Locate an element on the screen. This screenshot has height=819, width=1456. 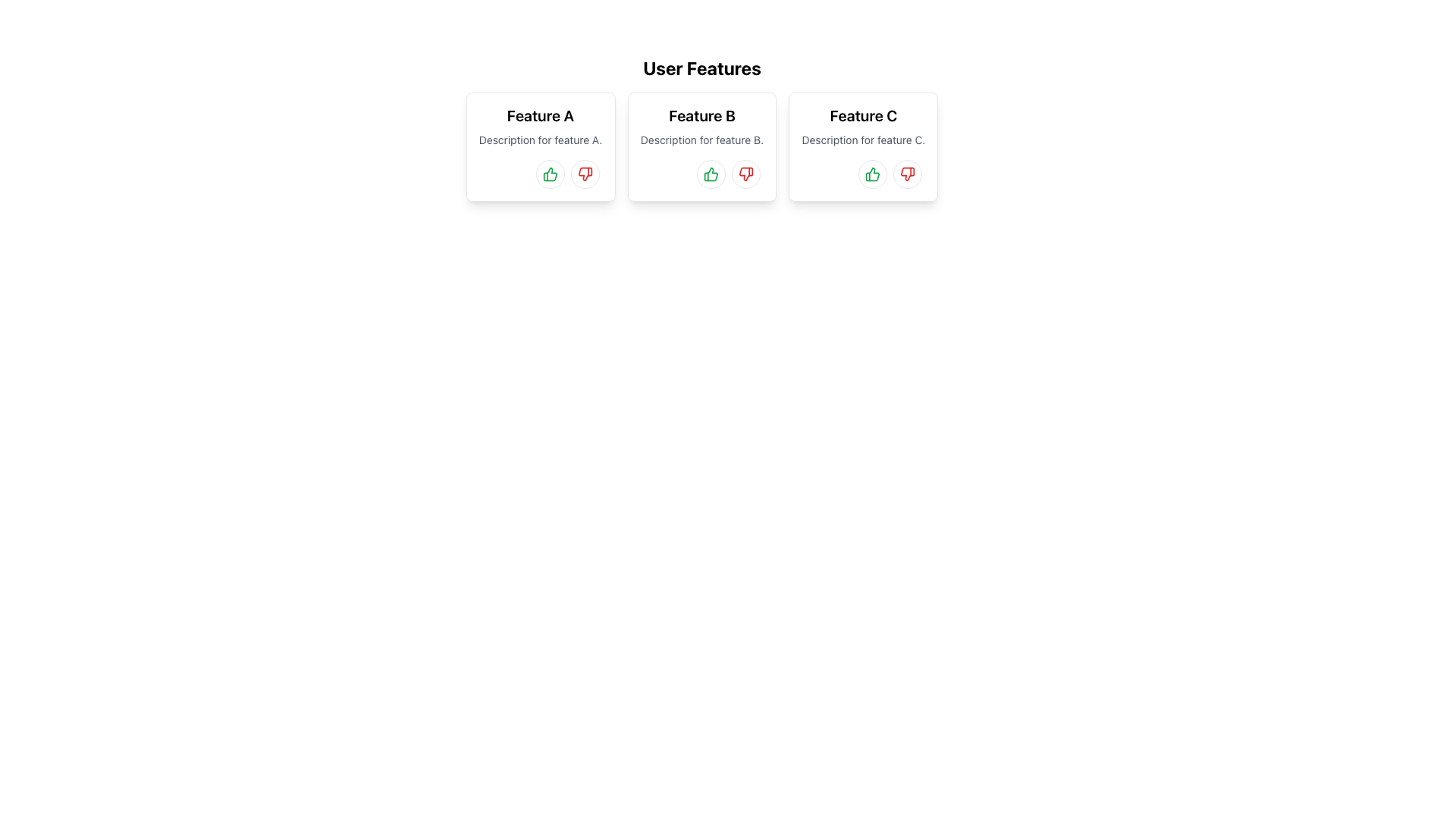
the red thumbs-down icon located beneath 'Feature C' in the third card of the featured cards is located at coordinates (908, 174).